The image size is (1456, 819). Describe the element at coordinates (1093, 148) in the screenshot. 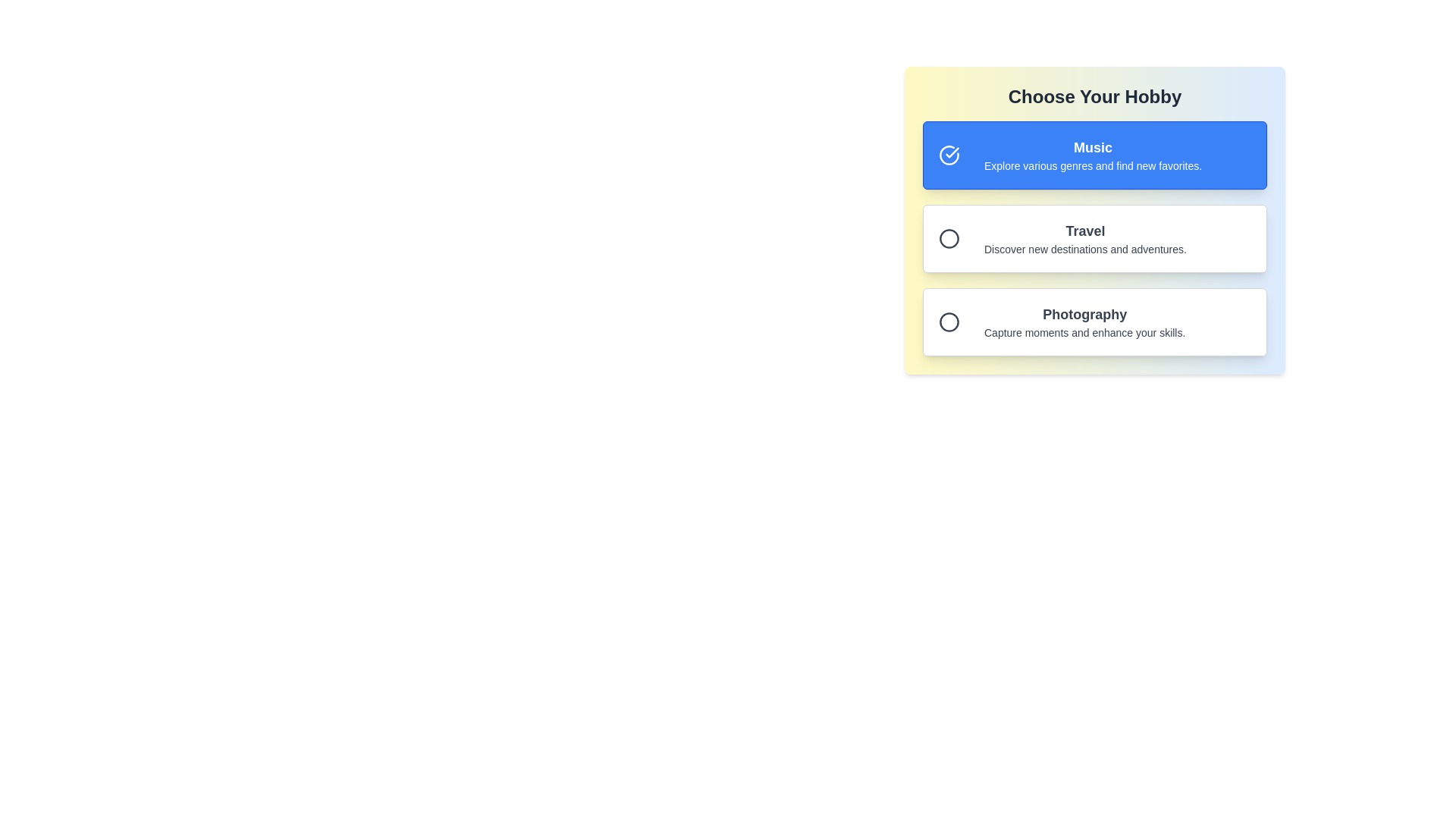

I see `text element that serves as the title for the 'Music' selection option in the hobby selector, located centrally within a blue background rectangle at the top of the list` at that location.